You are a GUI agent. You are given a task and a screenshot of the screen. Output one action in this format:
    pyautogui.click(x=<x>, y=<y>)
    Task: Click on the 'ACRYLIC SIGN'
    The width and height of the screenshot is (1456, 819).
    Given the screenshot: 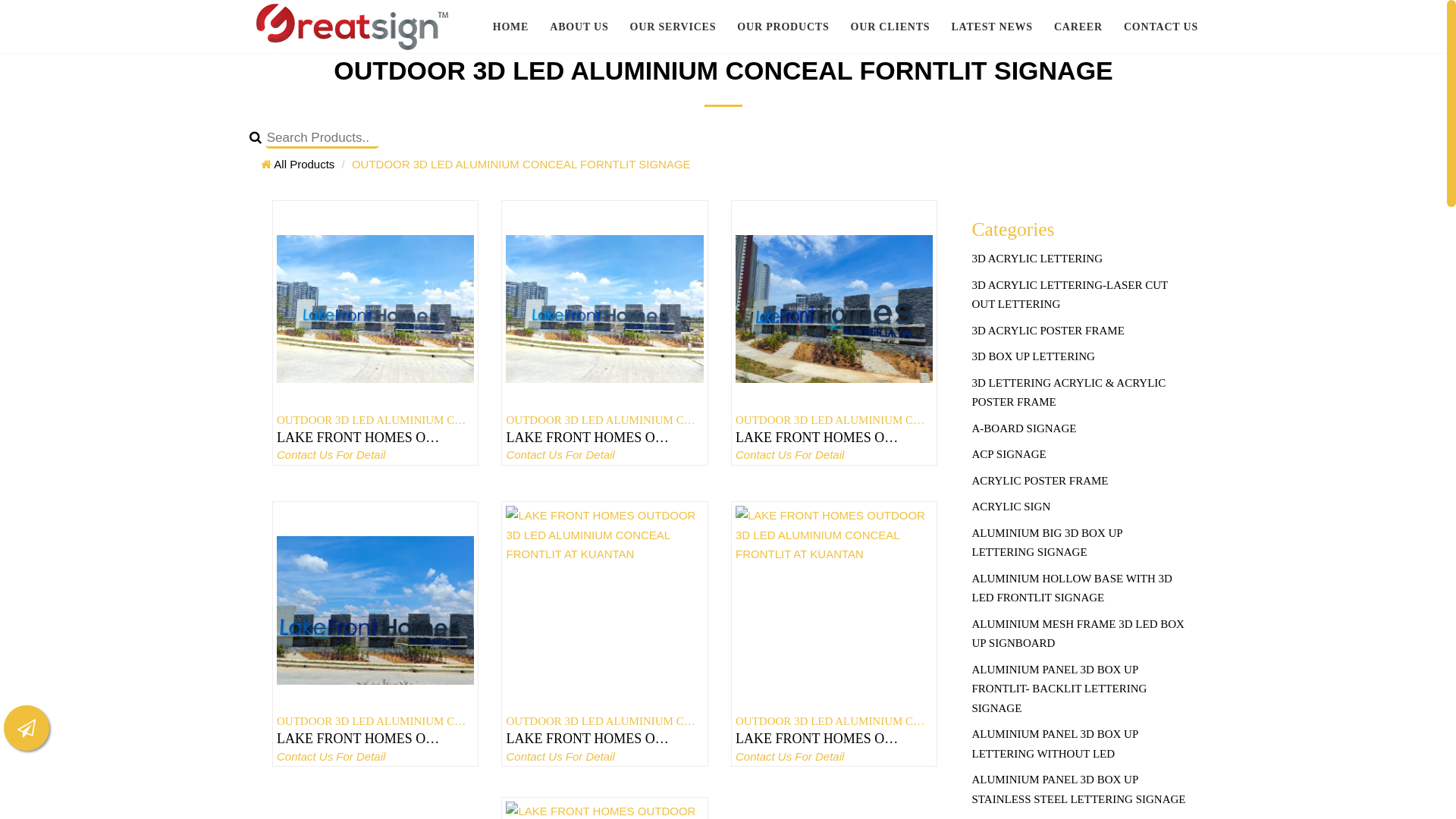 What is the action you would take?
    pyautogui.click(x=1078, y=507)
    